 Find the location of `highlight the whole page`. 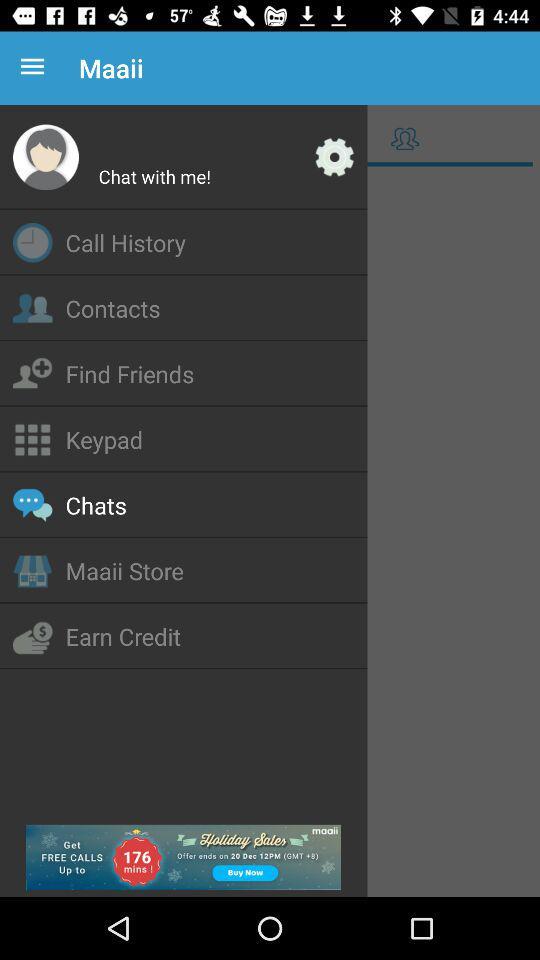

highlight the whole page is located at coordinates (270, 532).